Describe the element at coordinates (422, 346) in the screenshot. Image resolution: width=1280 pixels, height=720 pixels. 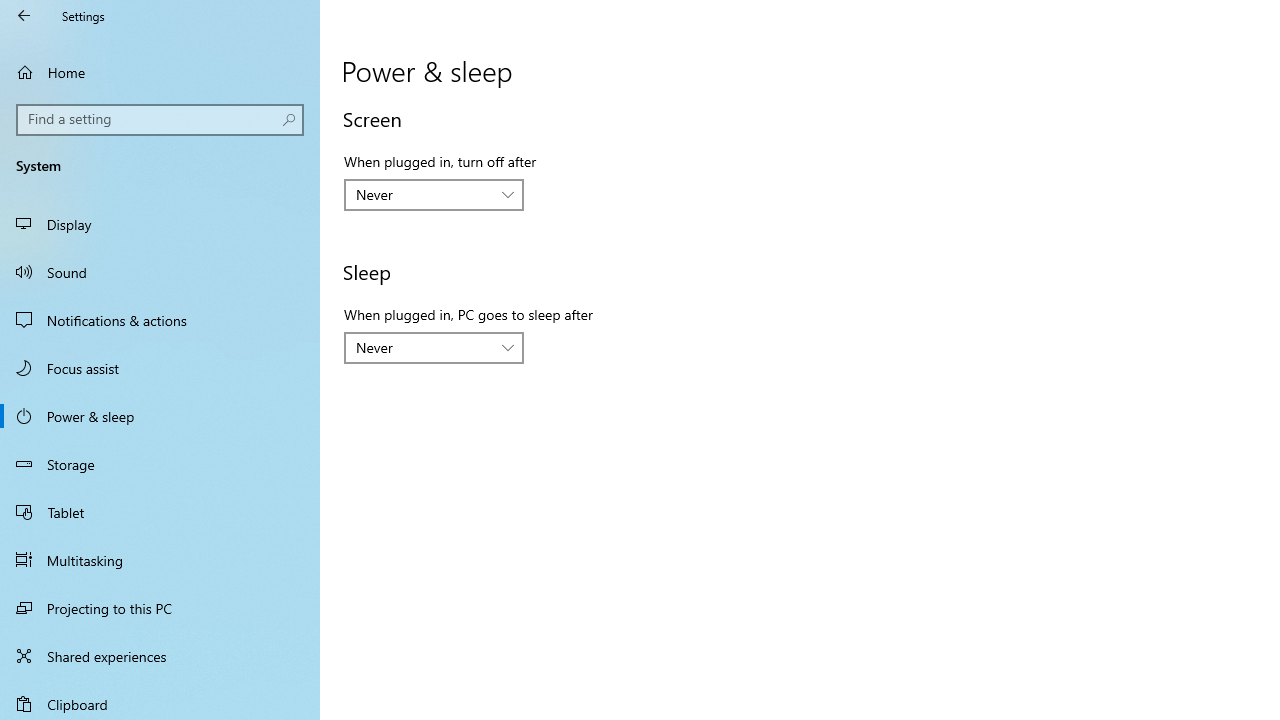
I see `'Never'` at that location.